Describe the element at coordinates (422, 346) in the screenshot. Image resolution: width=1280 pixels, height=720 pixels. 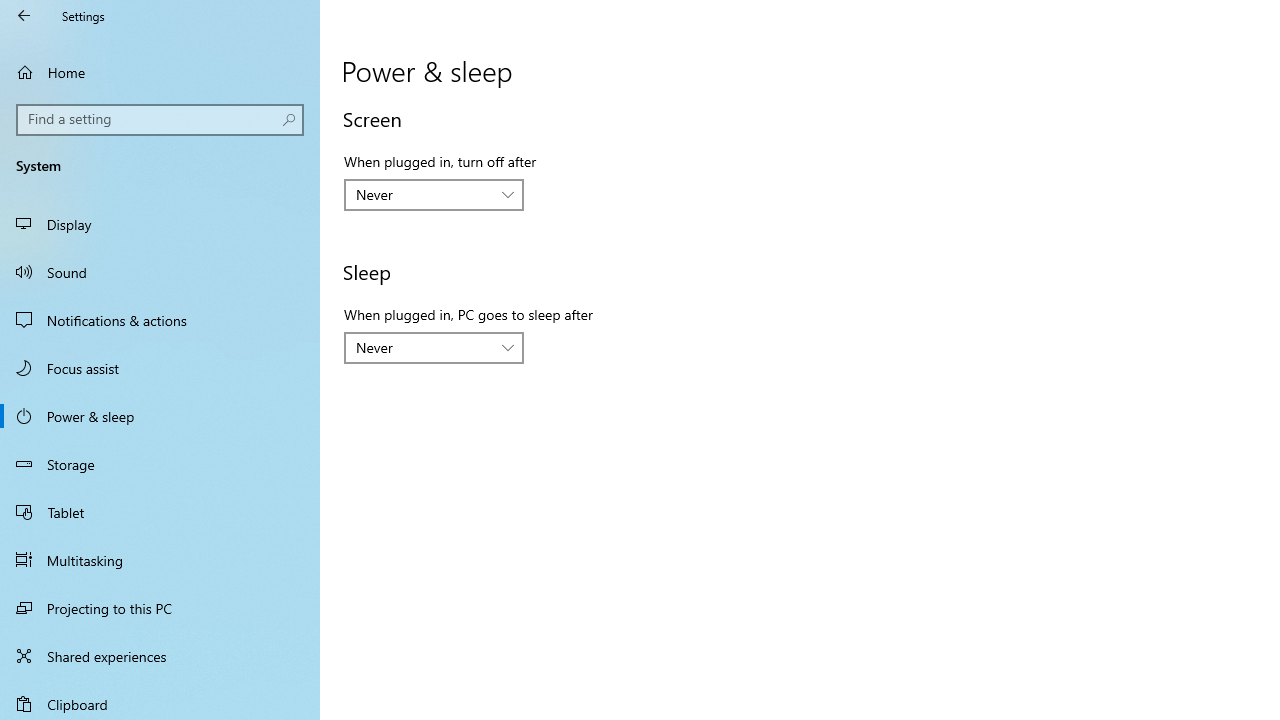
I see `'Never'` at that location.